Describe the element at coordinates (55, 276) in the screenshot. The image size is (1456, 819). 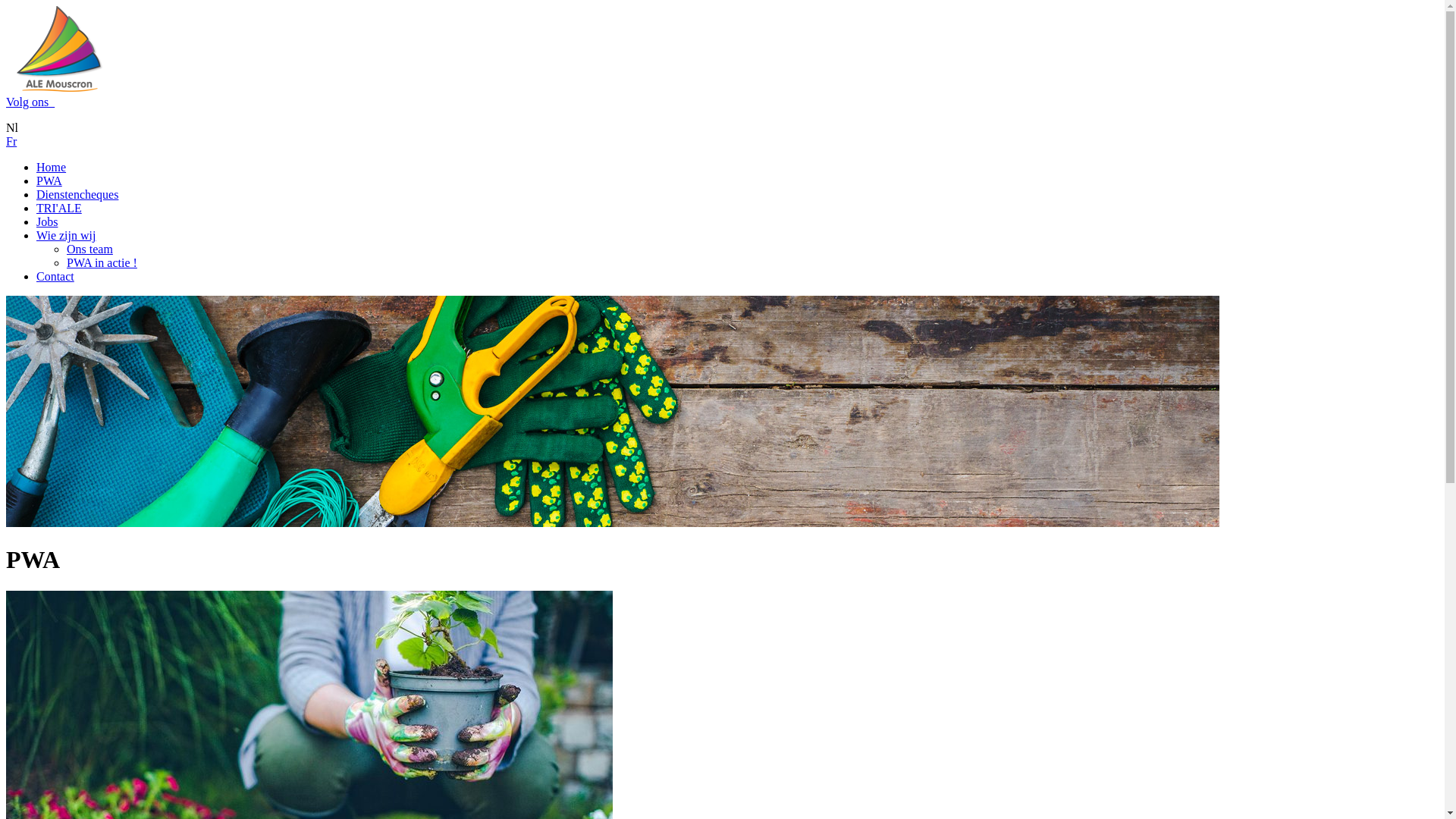
I see `'Contact'` at that location.